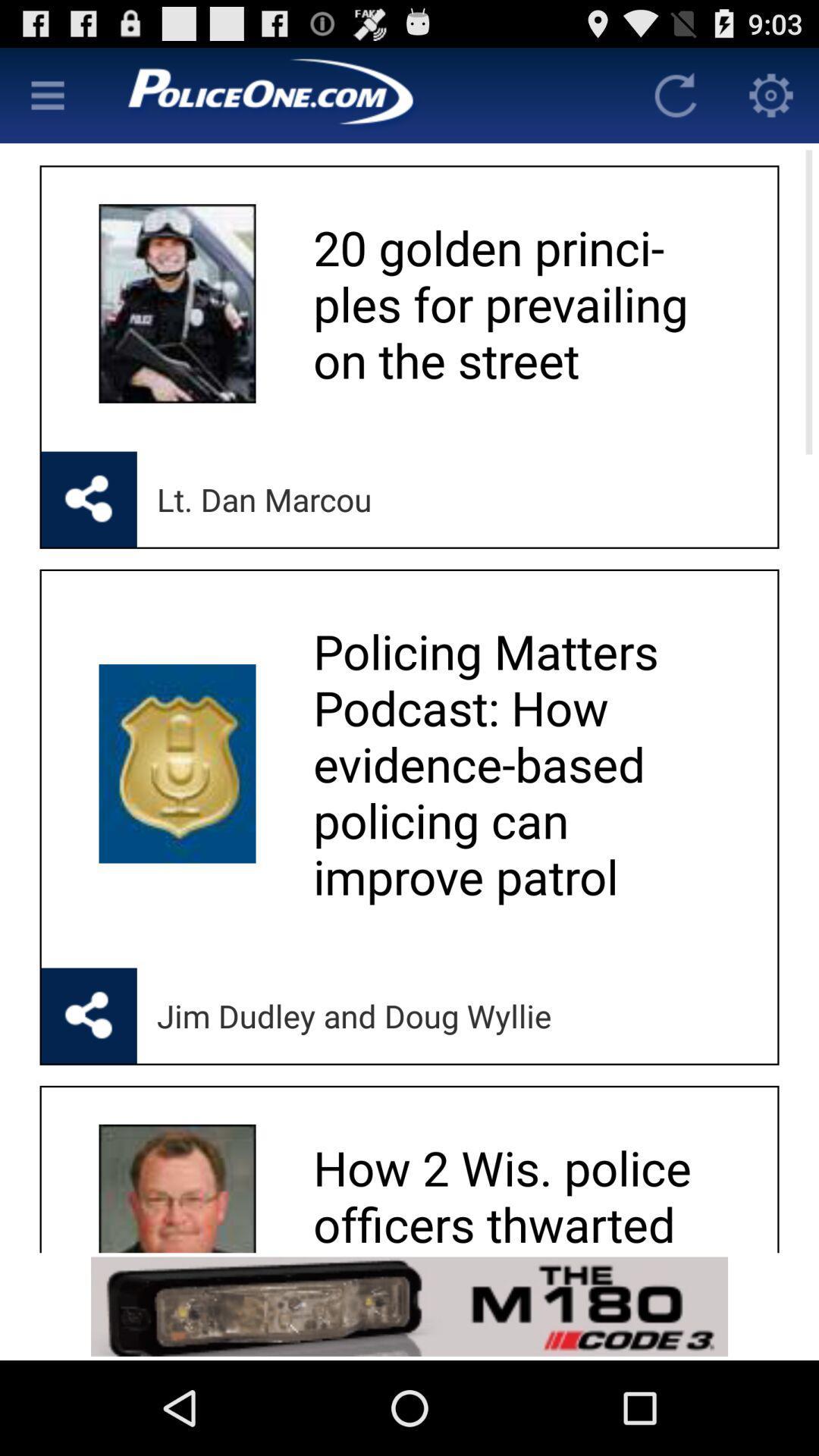 Image resolution: width=819 pixels, height=1456 pixels. What do you see at coordinates (771, 101) in the screenshot?
I see `the settings icon` at bounding box center [771, 101].